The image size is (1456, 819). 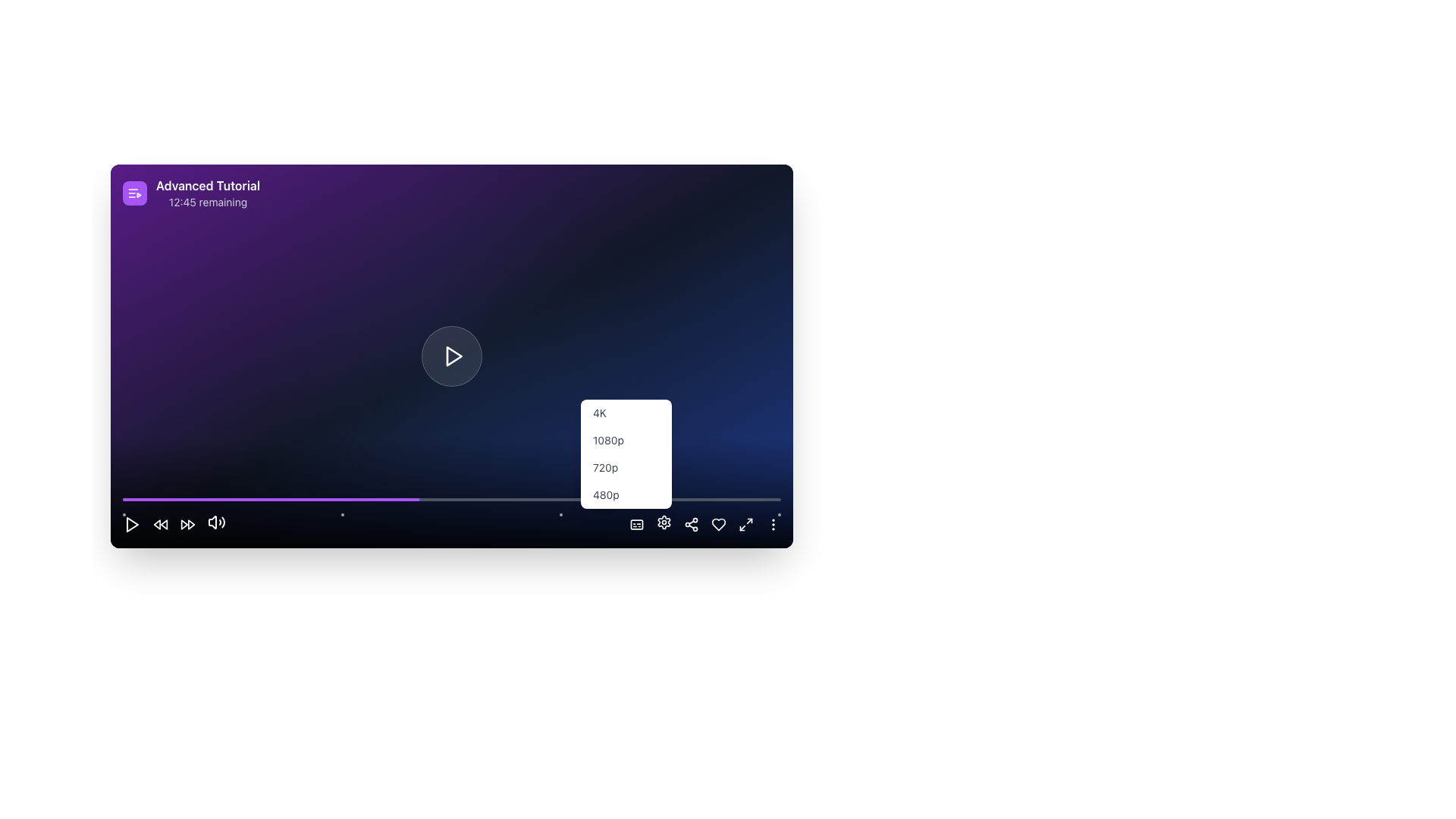 I want to click on the second option labeled '720p' in the dropdown menu located in the player interface, which has a white background and rounded corners, so click(x=626, y=453).